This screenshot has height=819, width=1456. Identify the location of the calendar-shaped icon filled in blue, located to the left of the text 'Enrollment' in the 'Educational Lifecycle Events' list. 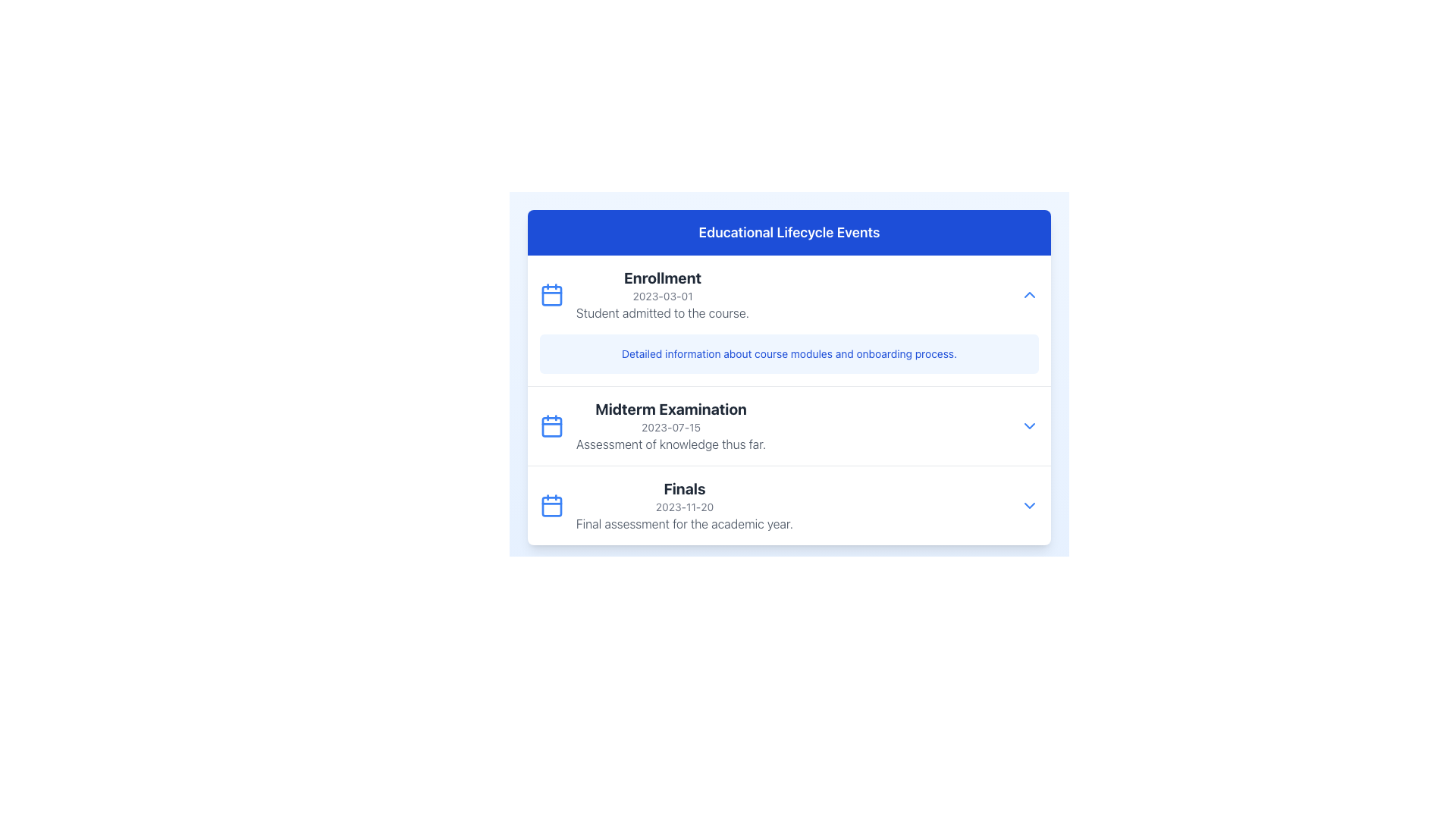
(551, 295).